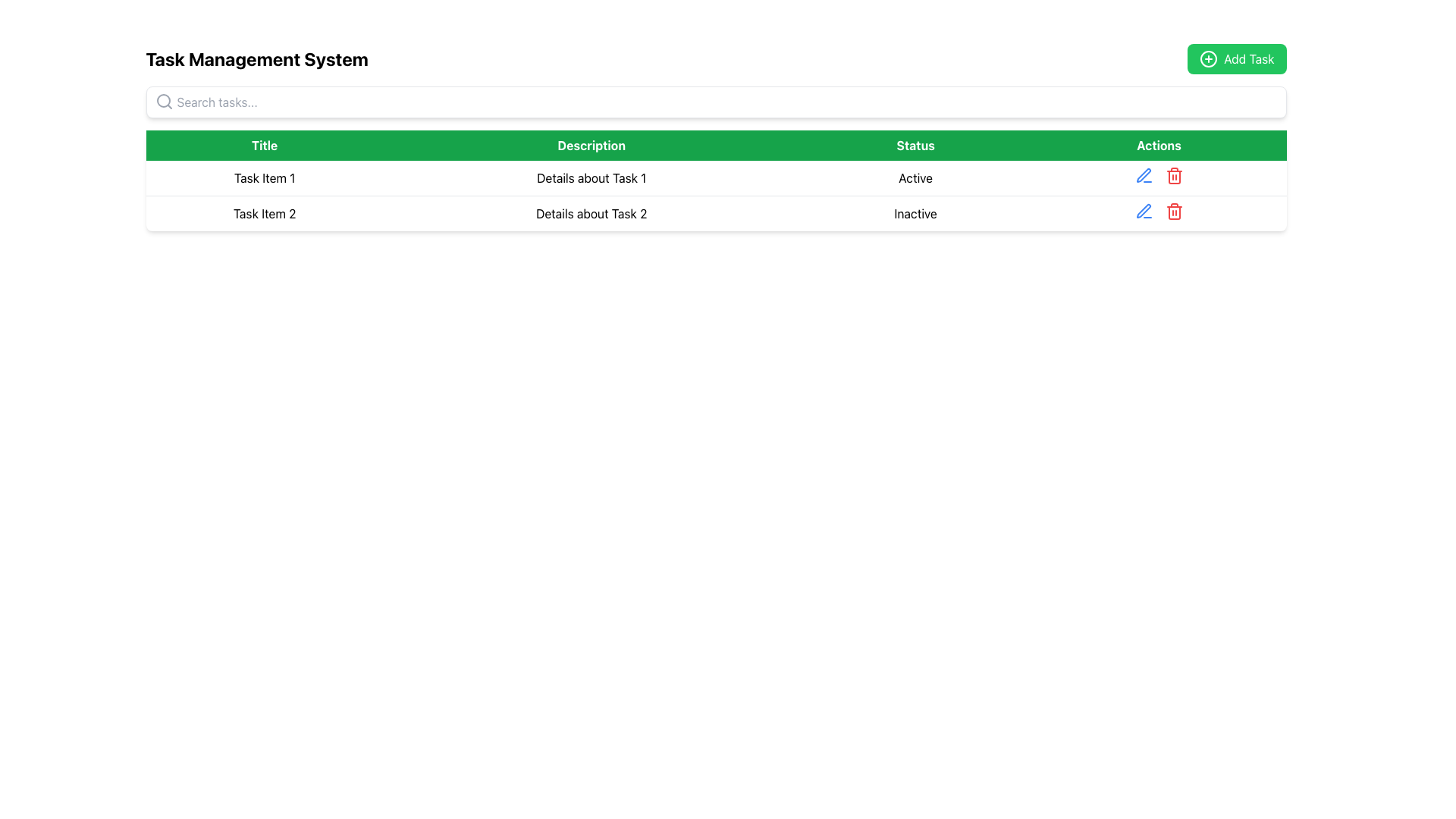  Describe the element at coordinates (164, 102) in the screenshot. I see `the search icon located at the top-left corner of the search bar input field, which serves as a visual clue for the search functionality` at that location.